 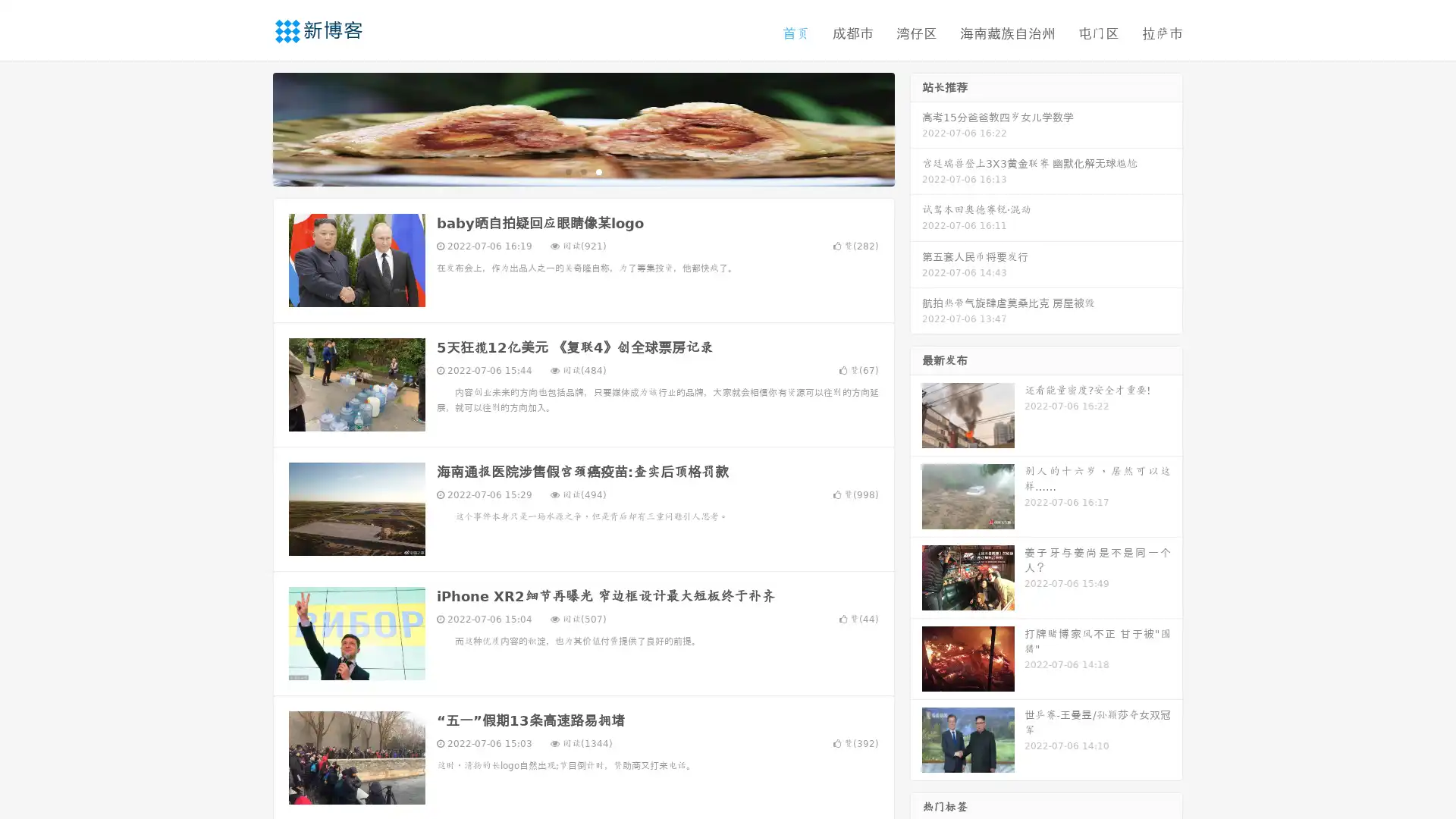 What do you see at coordinates (916, 127) in the screenshot?
I see `Next slide` at bounding box center [916, 127].